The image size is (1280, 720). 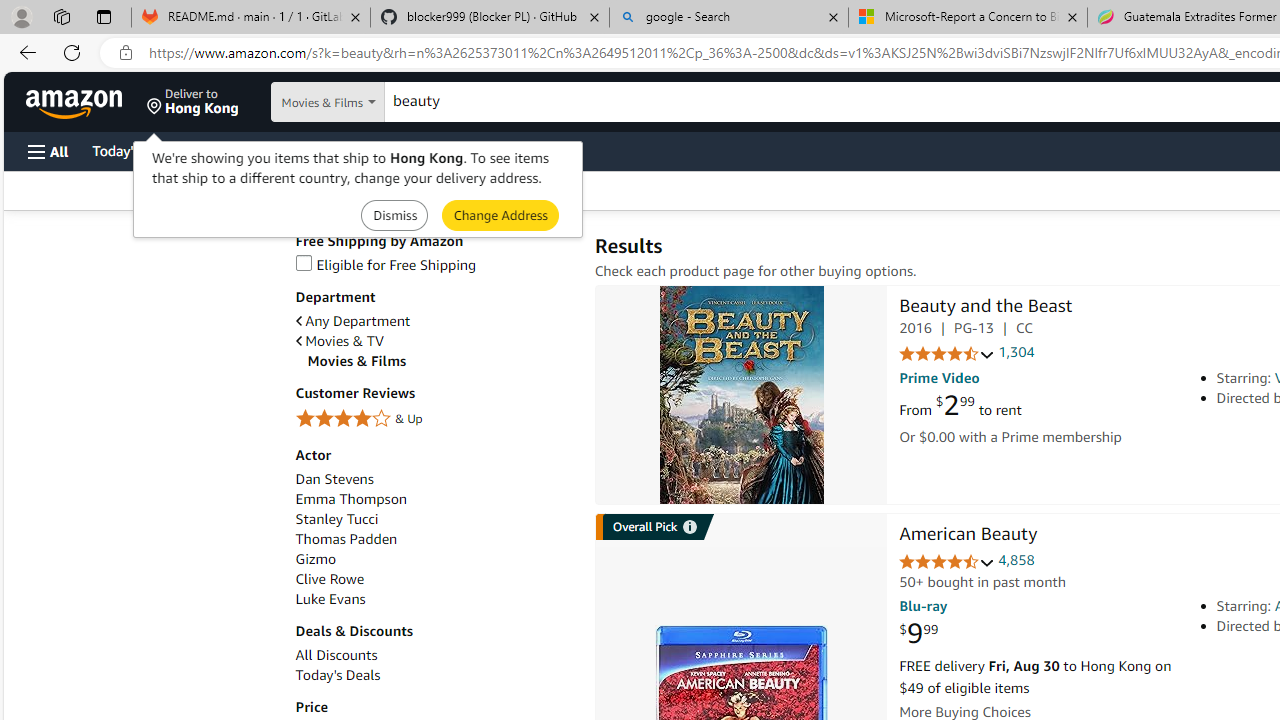 What do you see at coordinates (350, 498) in the screenshot?
I see `'Emma Thompson'` at bounding box center [350, 498].